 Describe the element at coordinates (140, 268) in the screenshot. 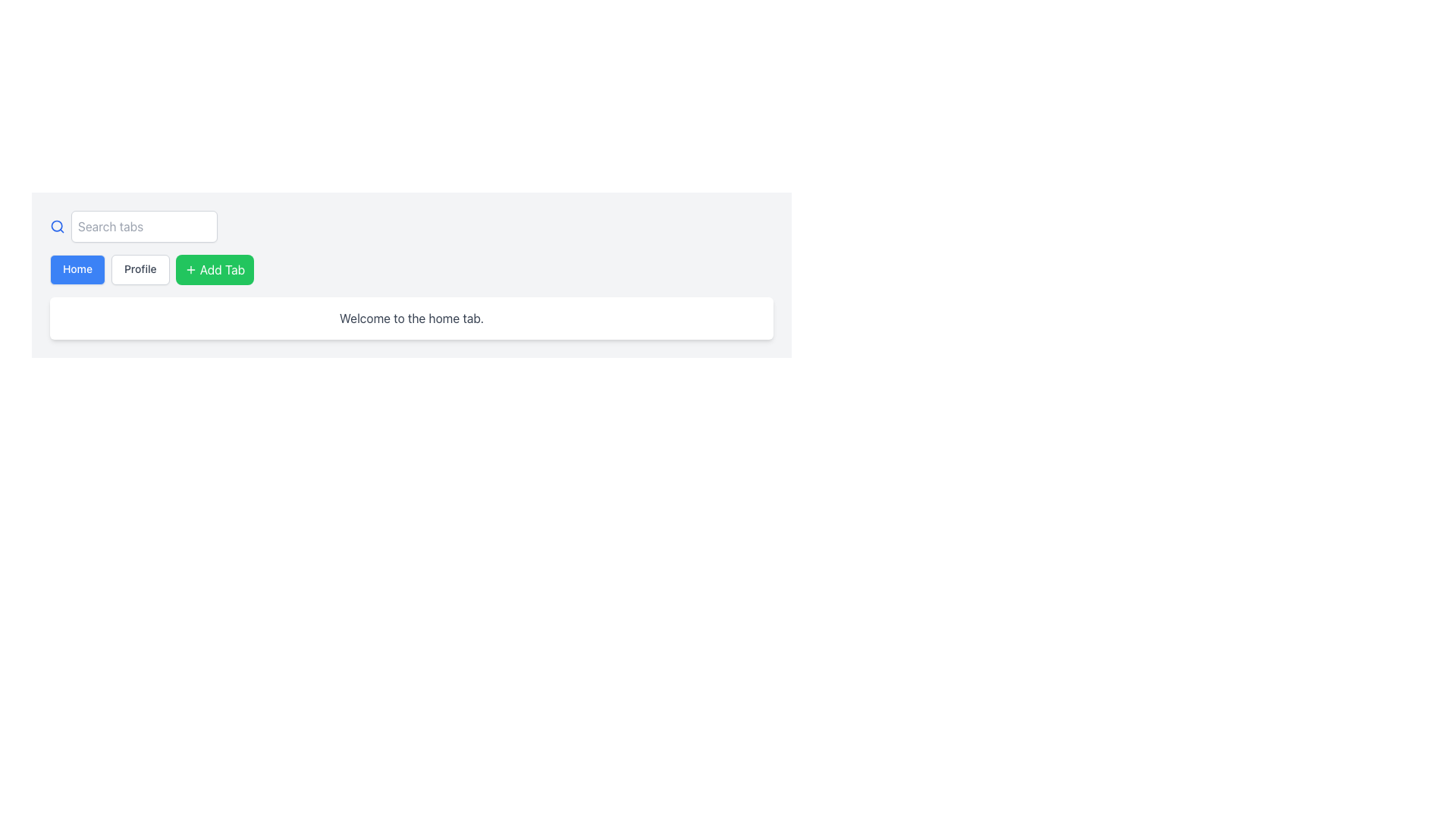

I see `the rectangular 'Profile' button with a white background and gray borders, located between the 'Home' and 'Add Tab' buttons` at that location.